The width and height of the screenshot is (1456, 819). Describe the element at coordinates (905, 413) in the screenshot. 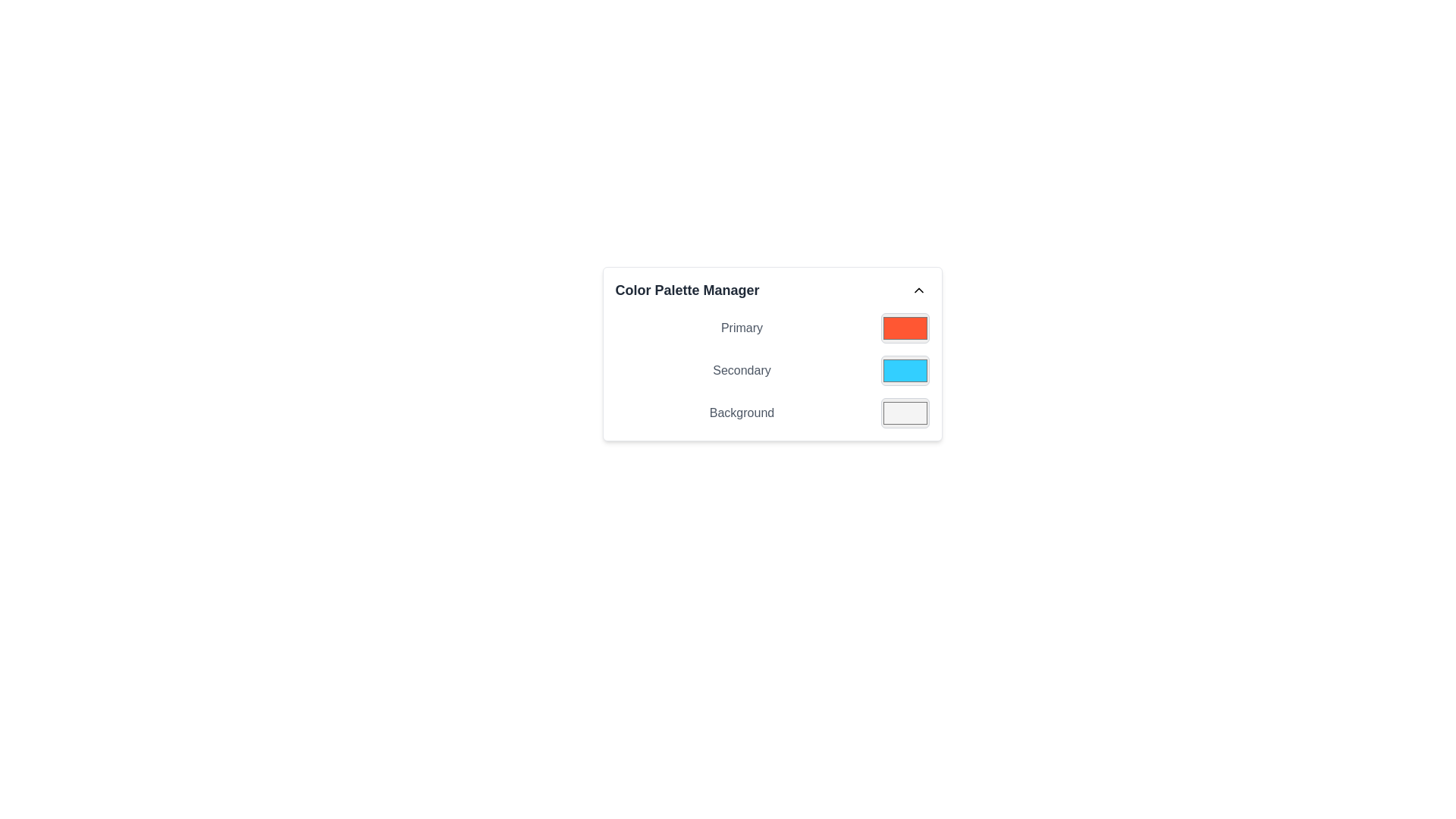

I see `the Color Picker Box, which is a rectangular box with a light gray border and rounded corners` at that location.